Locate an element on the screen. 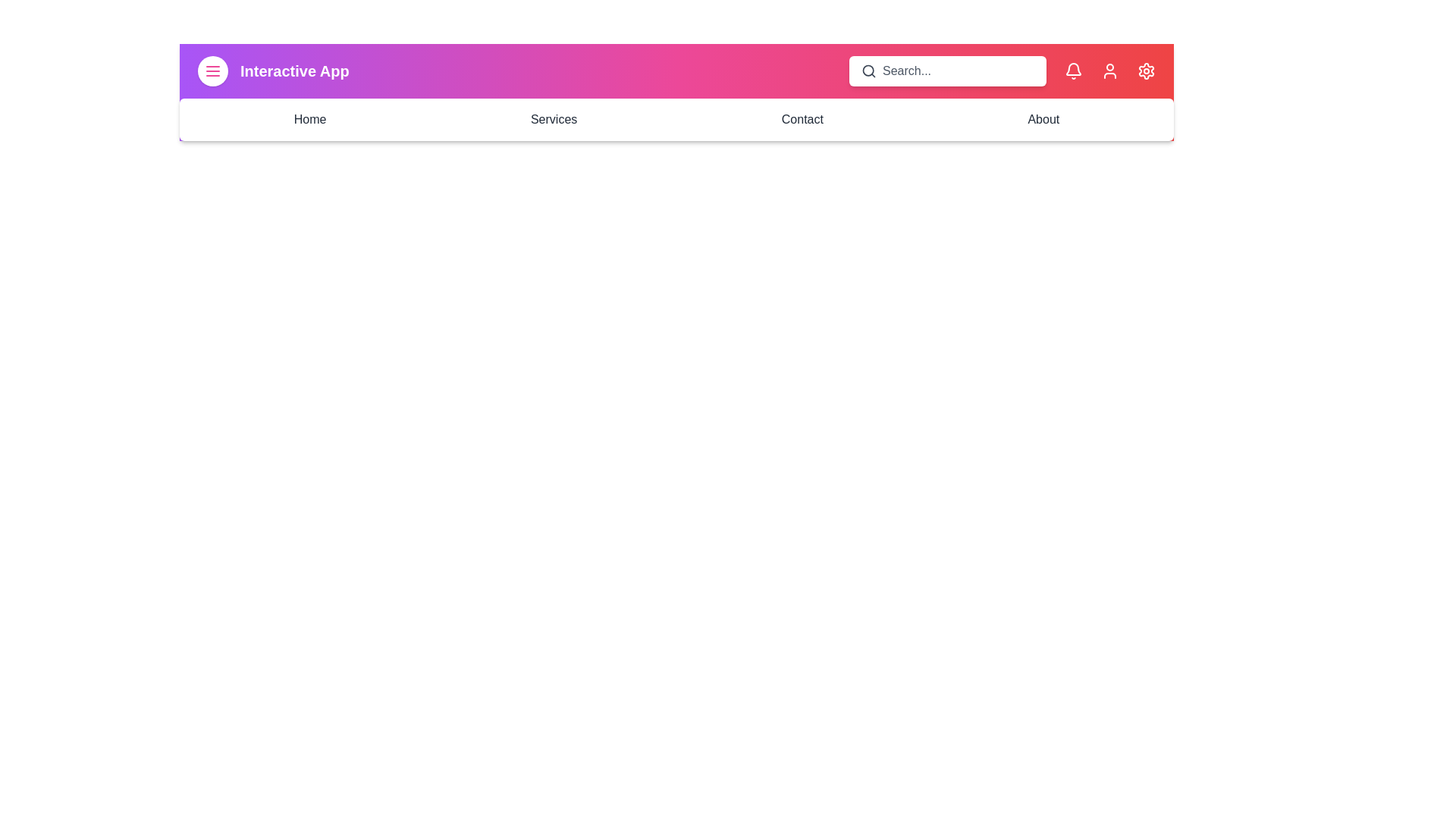 The height and width of the screenshot is (819, 1456). the notification bell icon is located at coordinates (1073, 71).